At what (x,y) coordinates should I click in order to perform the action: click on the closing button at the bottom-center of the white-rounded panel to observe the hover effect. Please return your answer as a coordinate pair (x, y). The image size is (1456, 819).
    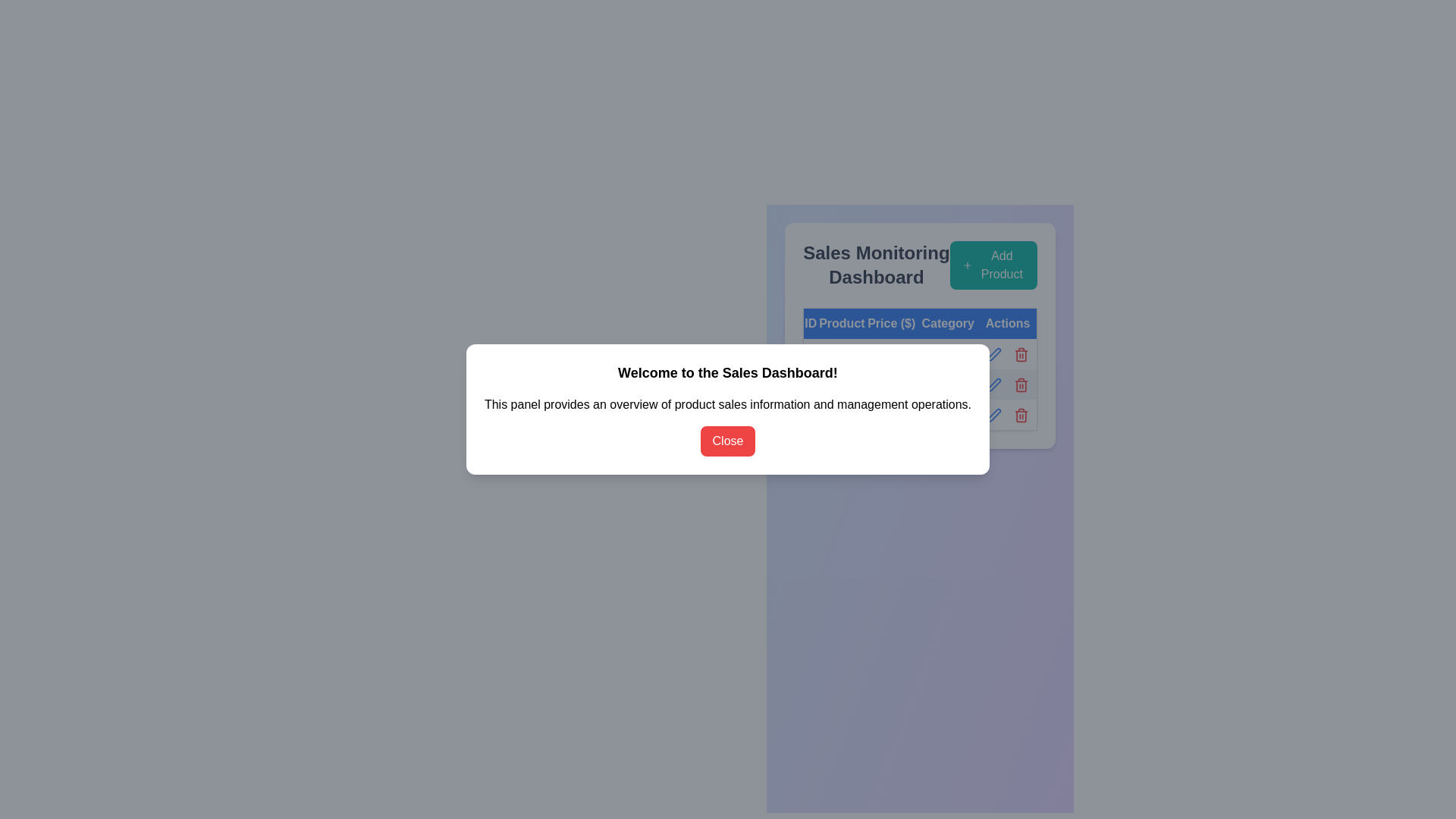
    Looking at the image, I should click on (728, 441).